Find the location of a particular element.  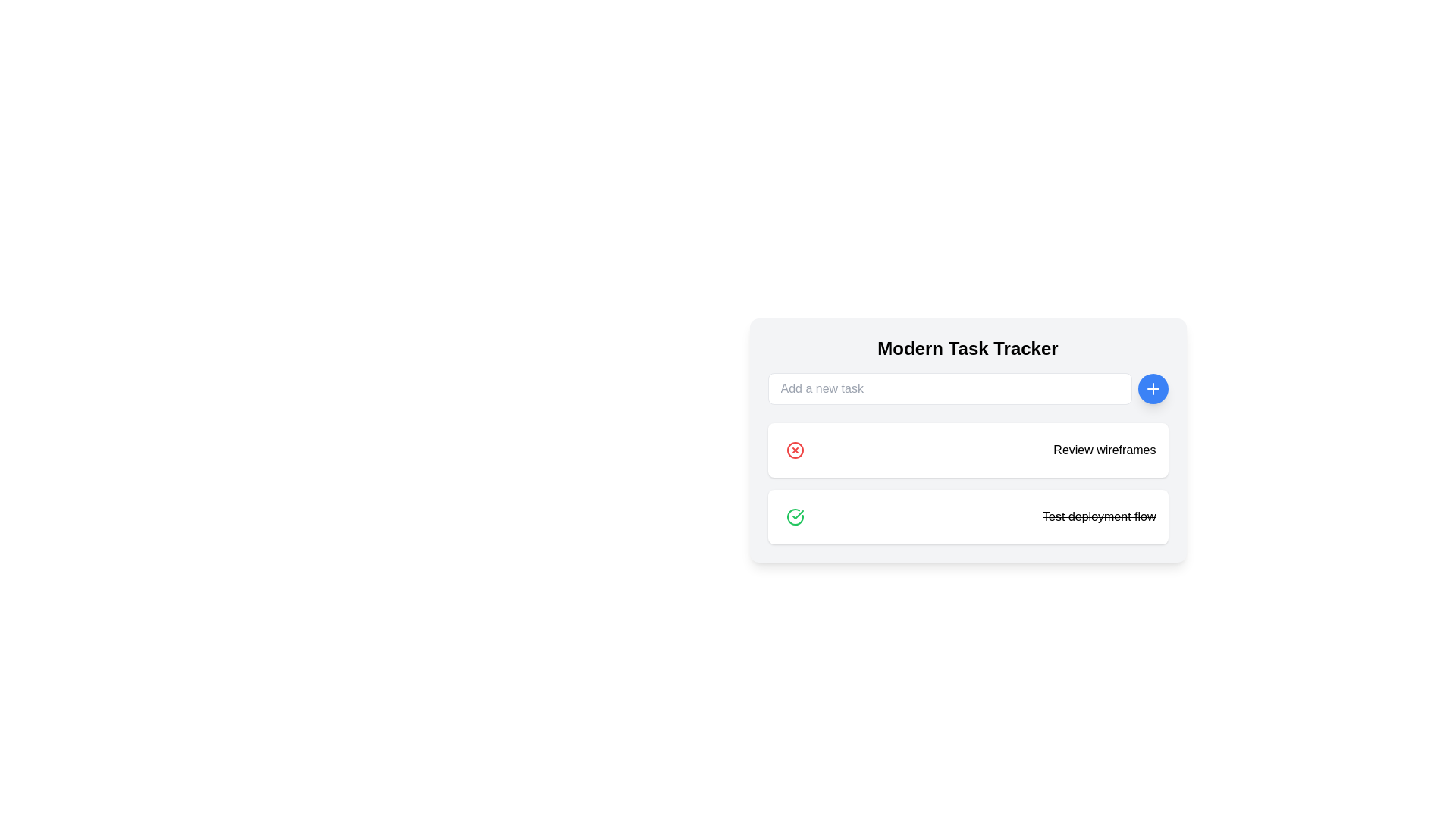

the circular blue button with a white plus sign ('+') is located at coordinates (1153, 388).